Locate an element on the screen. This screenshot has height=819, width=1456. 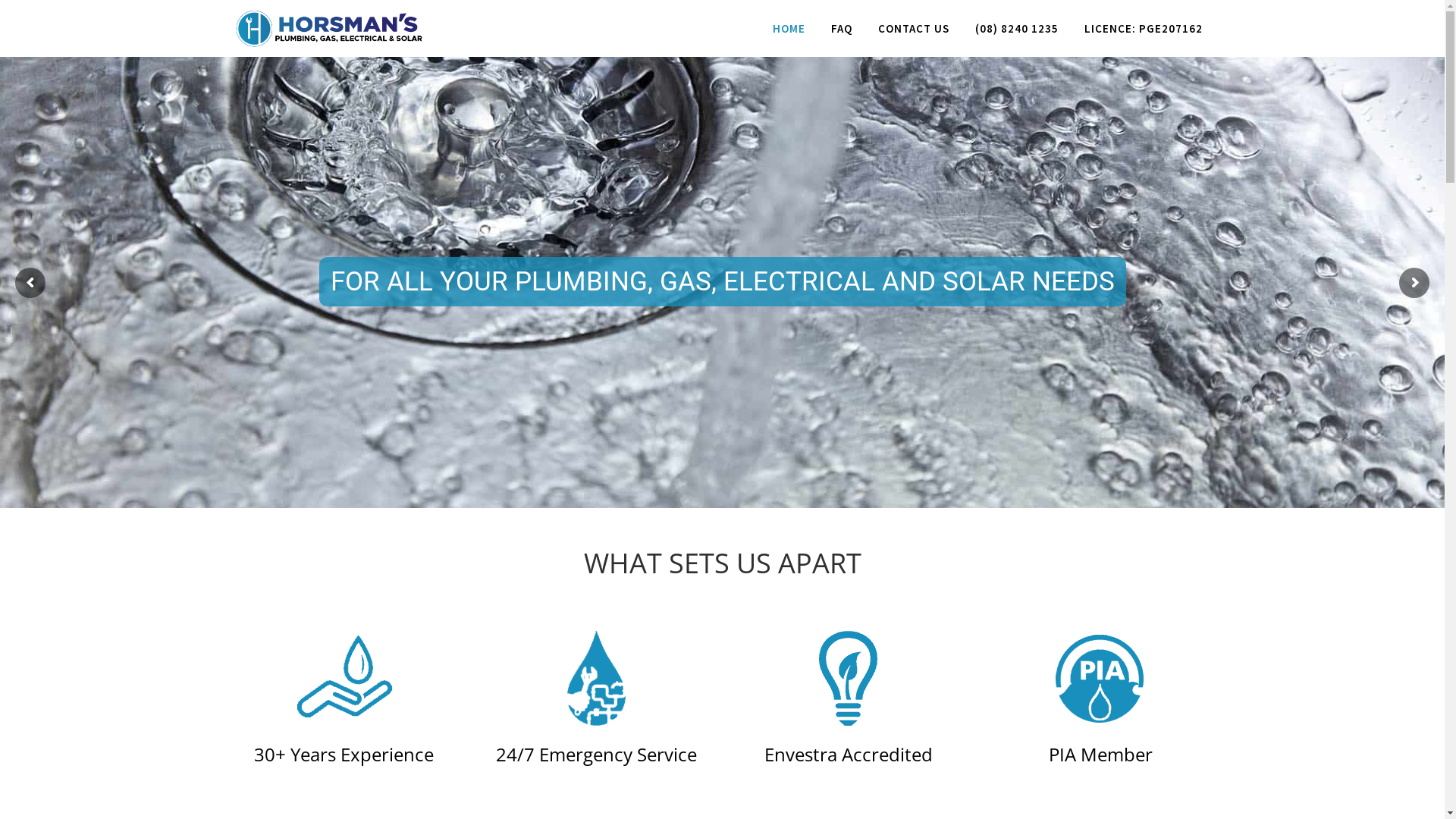
'HOME' is located at coordinates (789, 28).